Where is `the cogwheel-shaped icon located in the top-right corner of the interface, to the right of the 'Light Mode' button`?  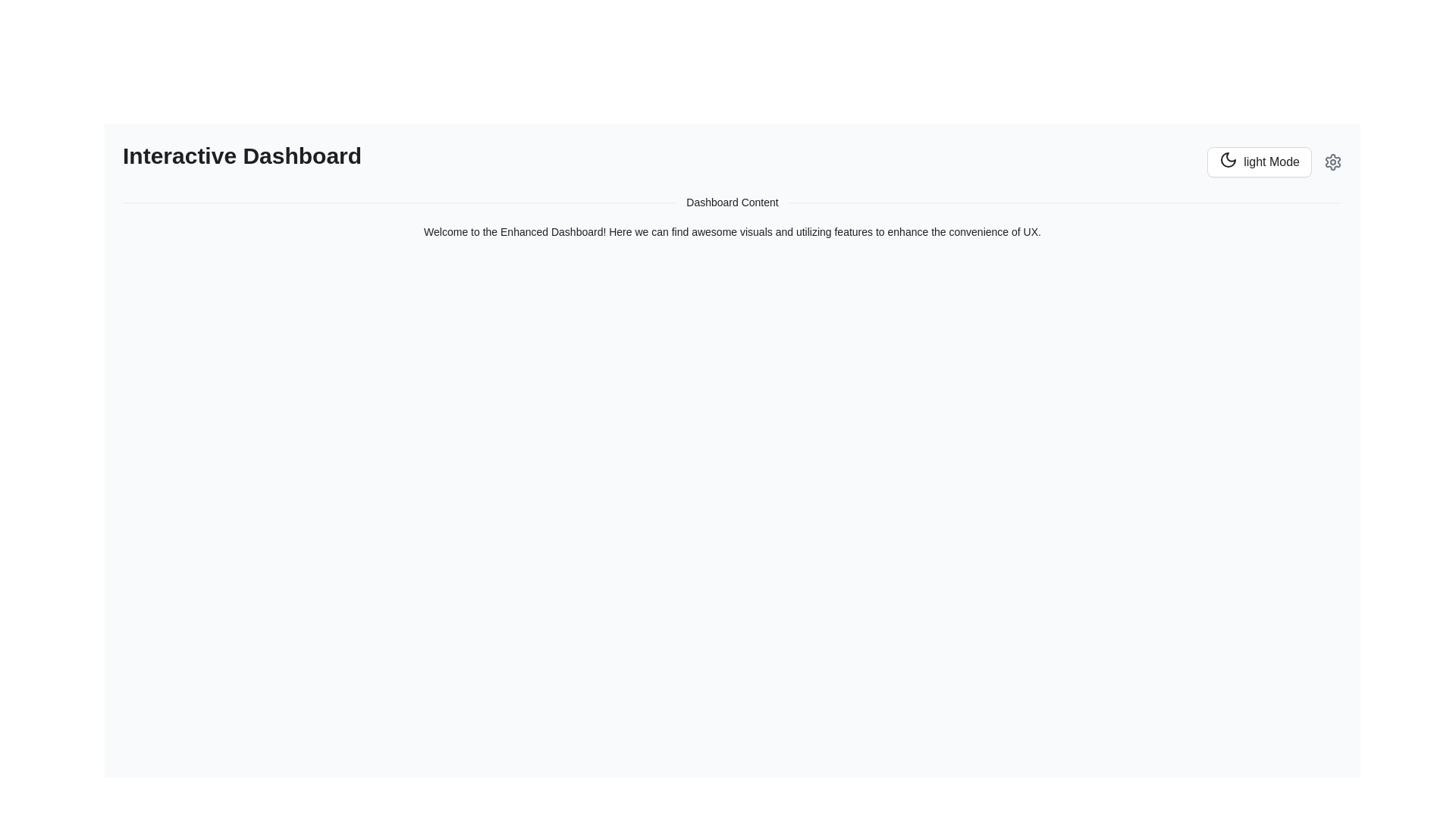
the cogwheel-shaped icon located in the top-right corner of the interface, to the right of the 'Light Mode' button is located at coordinates (1332, 162).